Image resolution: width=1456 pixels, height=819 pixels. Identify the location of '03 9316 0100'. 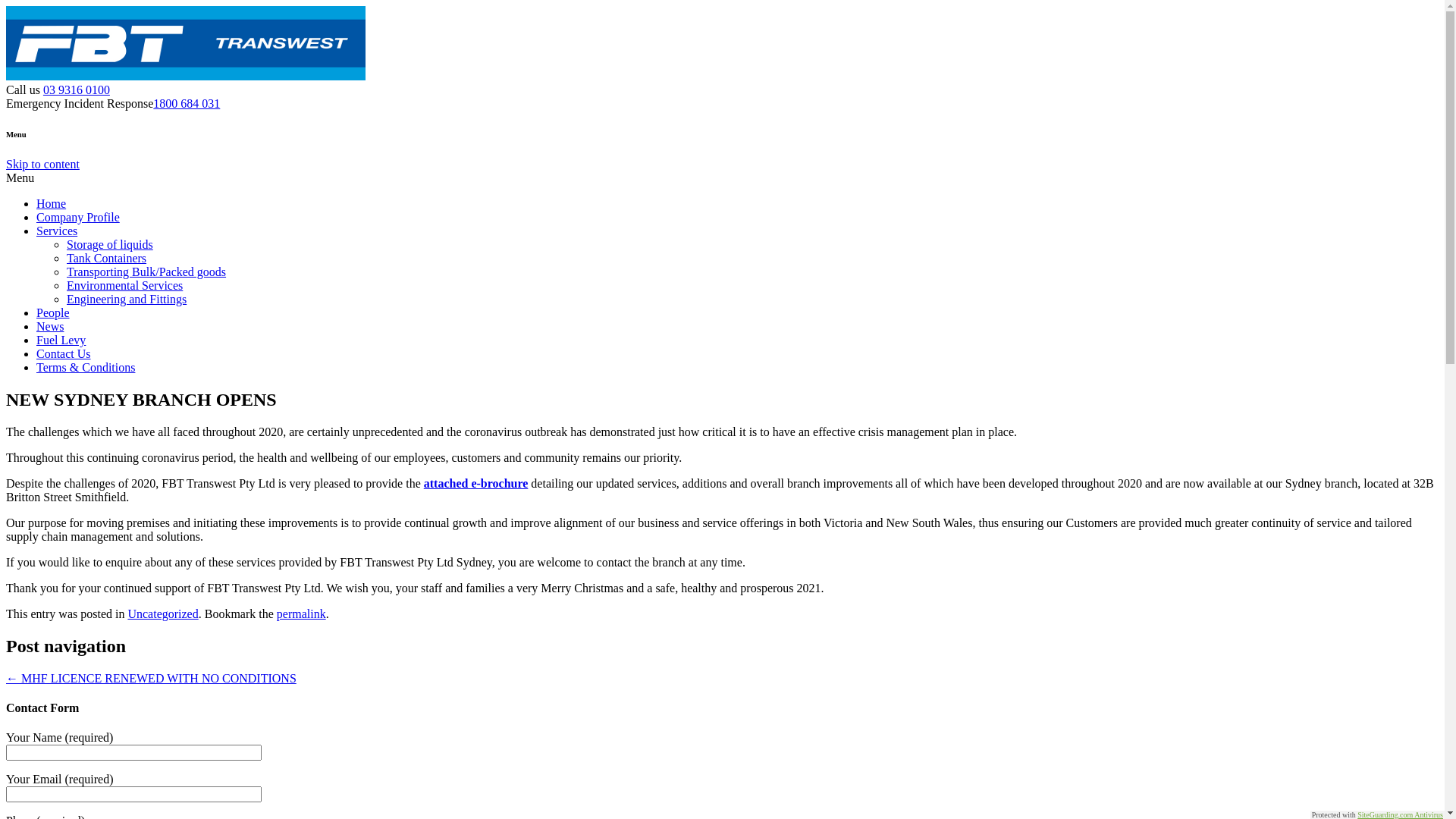
(75, 89).